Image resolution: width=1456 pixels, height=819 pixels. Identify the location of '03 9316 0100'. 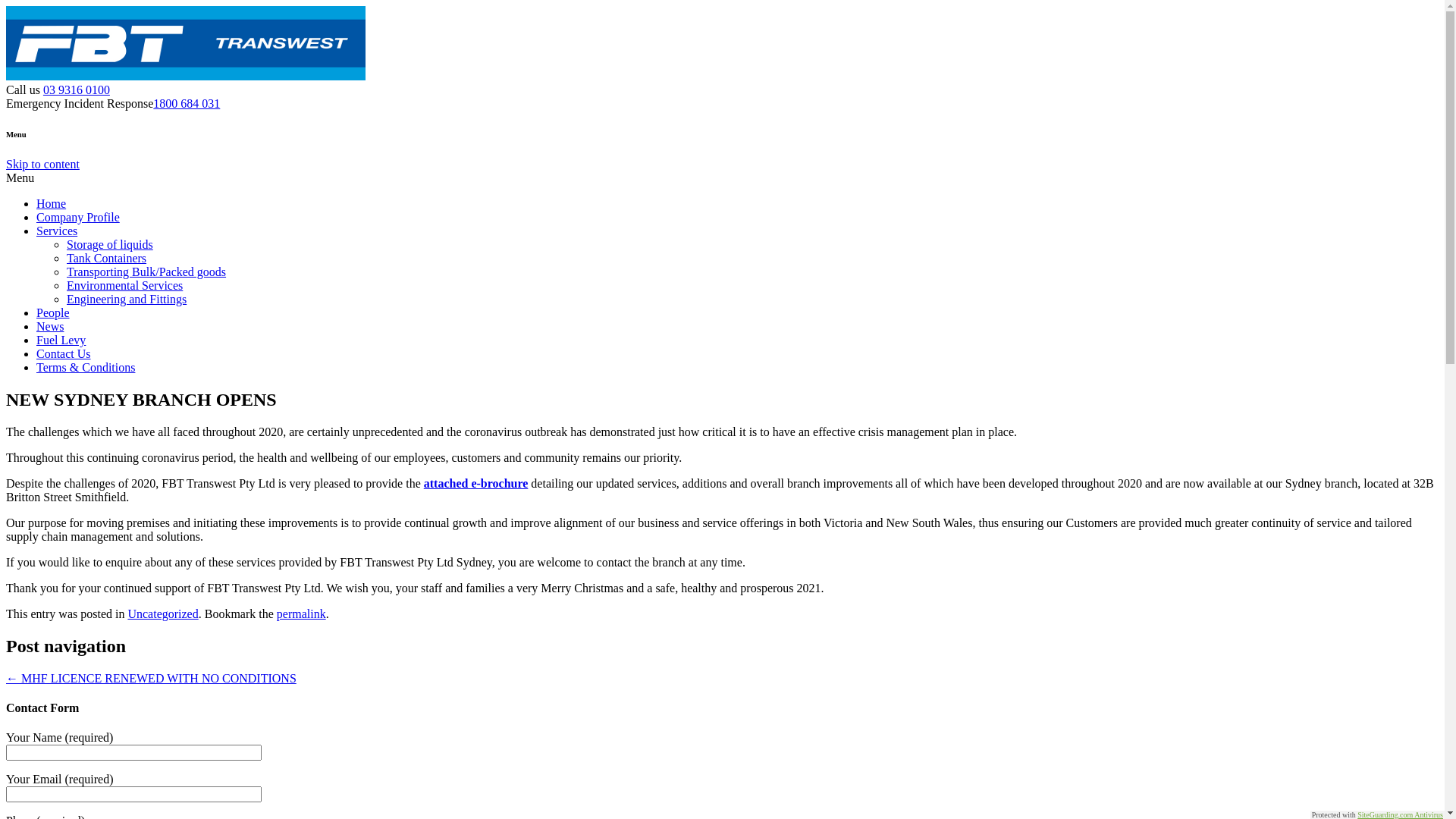
(75, 89).